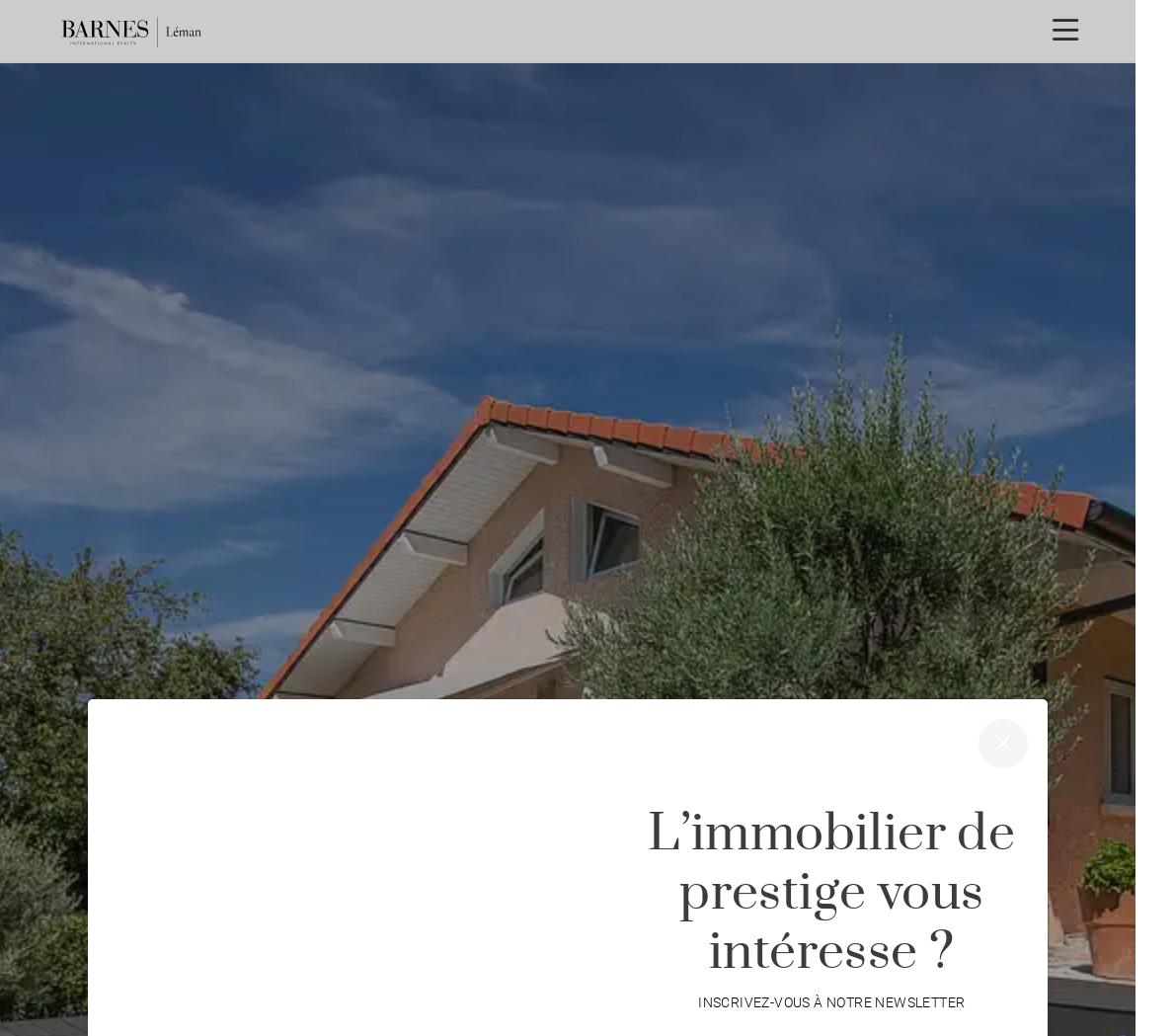 The height and width of the screenshot is (1036, 1175). Describe the element at coordinates (470, 942) in the screenshot. I see `'Localisation'` at that location.